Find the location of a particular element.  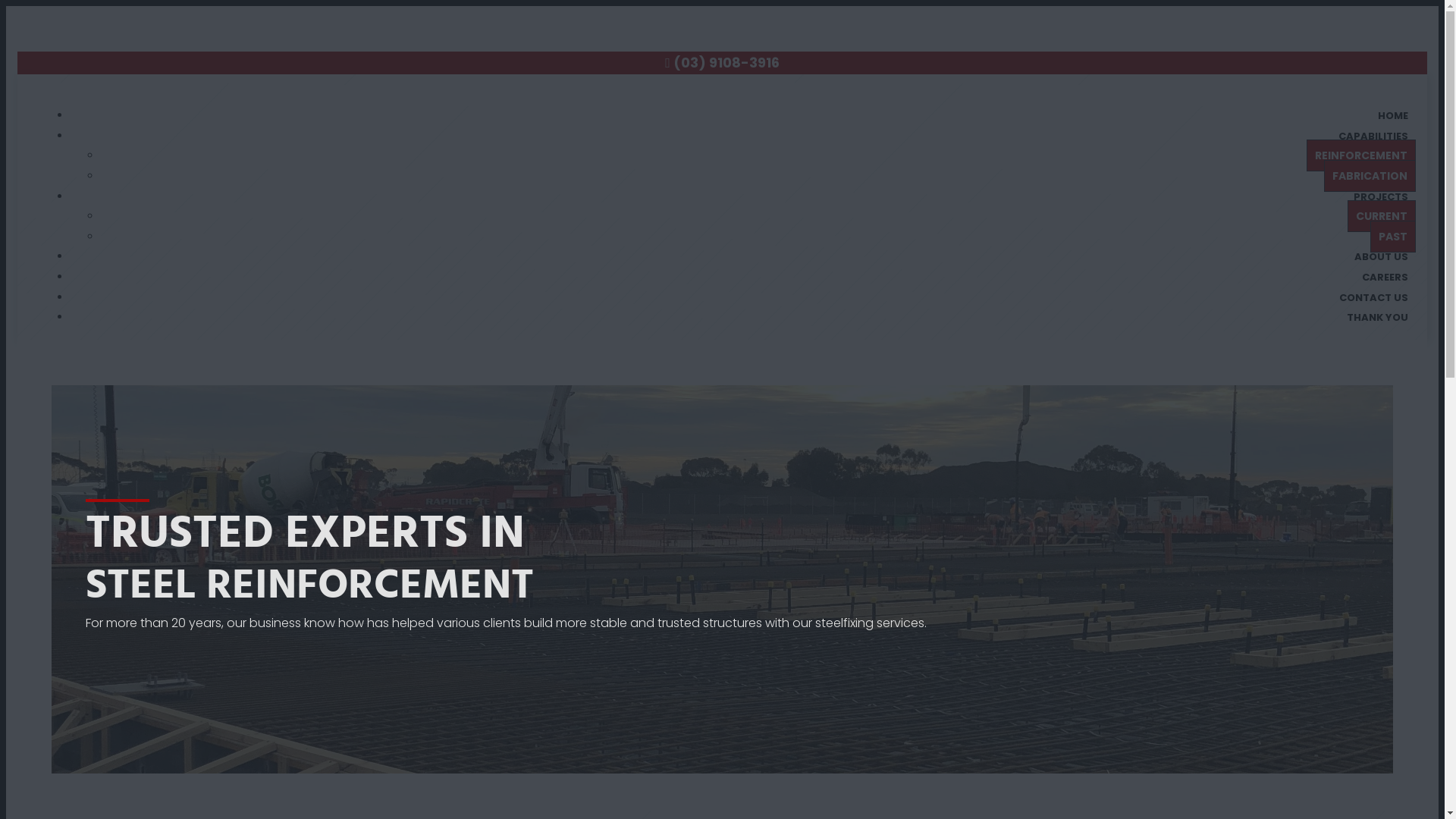

'CURRENT' is located at coordinates (1382, 216).